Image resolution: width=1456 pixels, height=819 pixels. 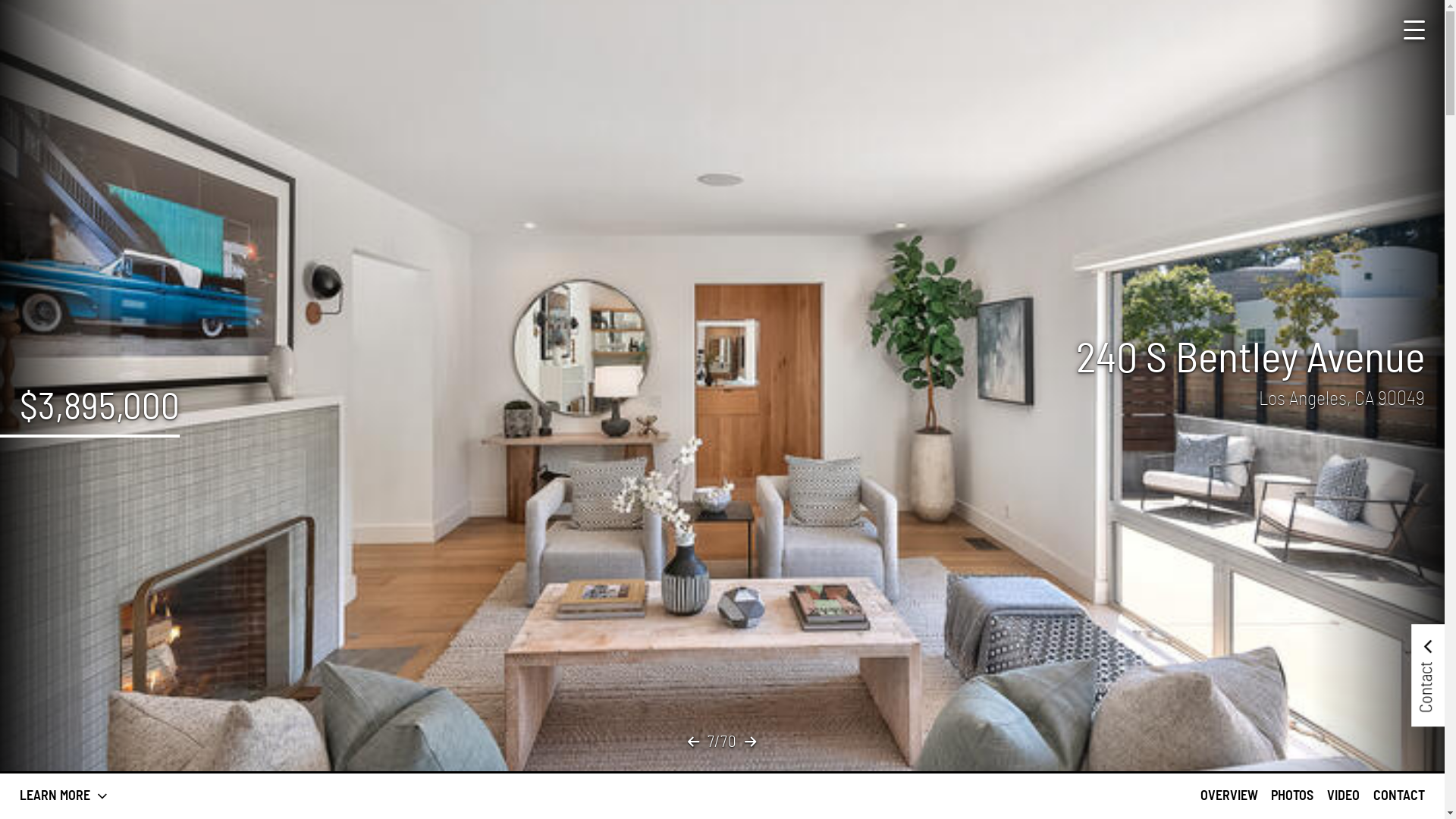 I want to click on 'PHOTOS', so click(x=1291, y=795).